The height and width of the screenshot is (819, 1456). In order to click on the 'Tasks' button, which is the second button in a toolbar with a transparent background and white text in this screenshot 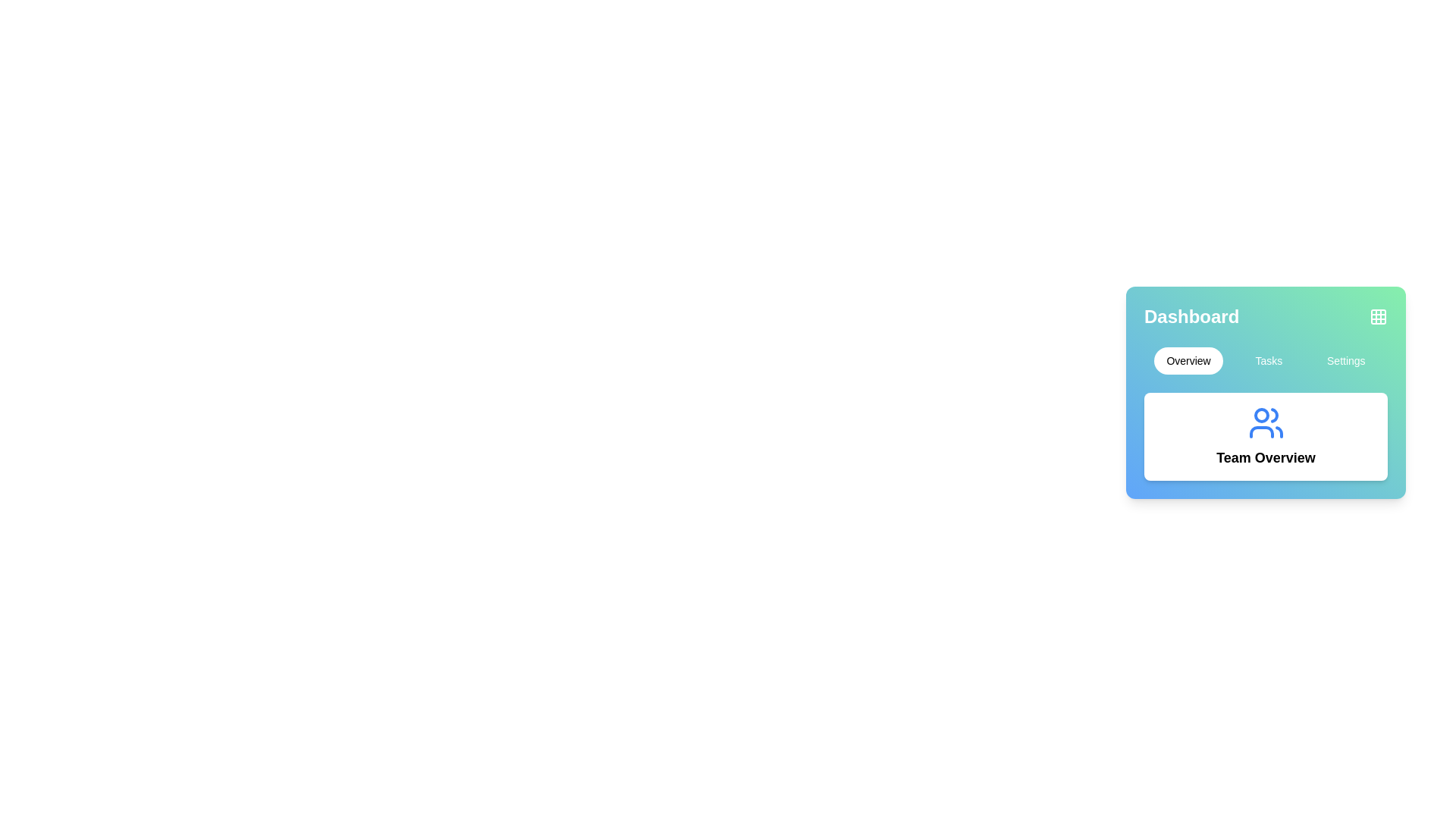, I will do `click(1269, 360)`.